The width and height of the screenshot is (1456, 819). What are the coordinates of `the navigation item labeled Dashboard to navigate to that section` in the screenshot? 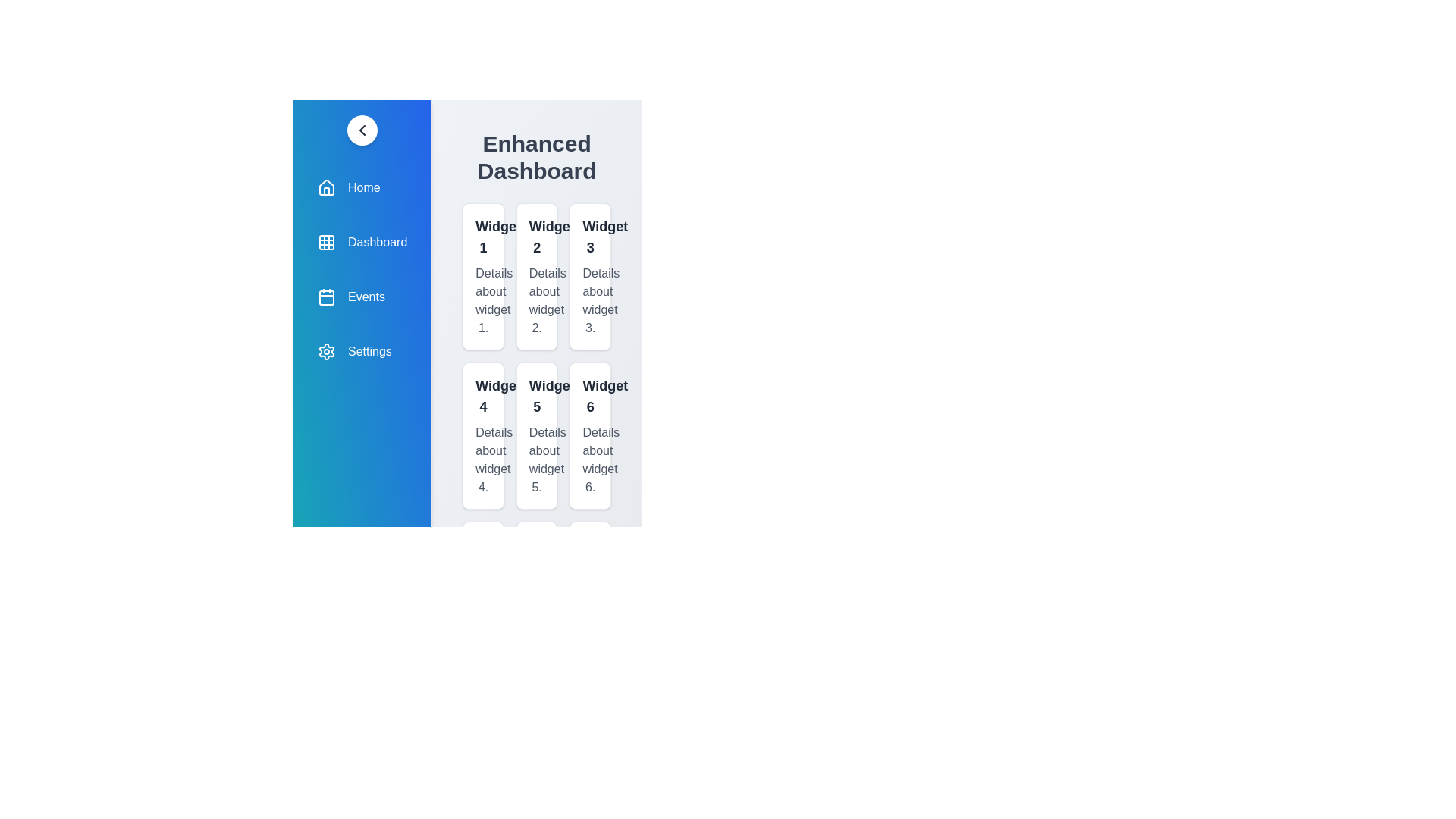 It's located at (362, 242).